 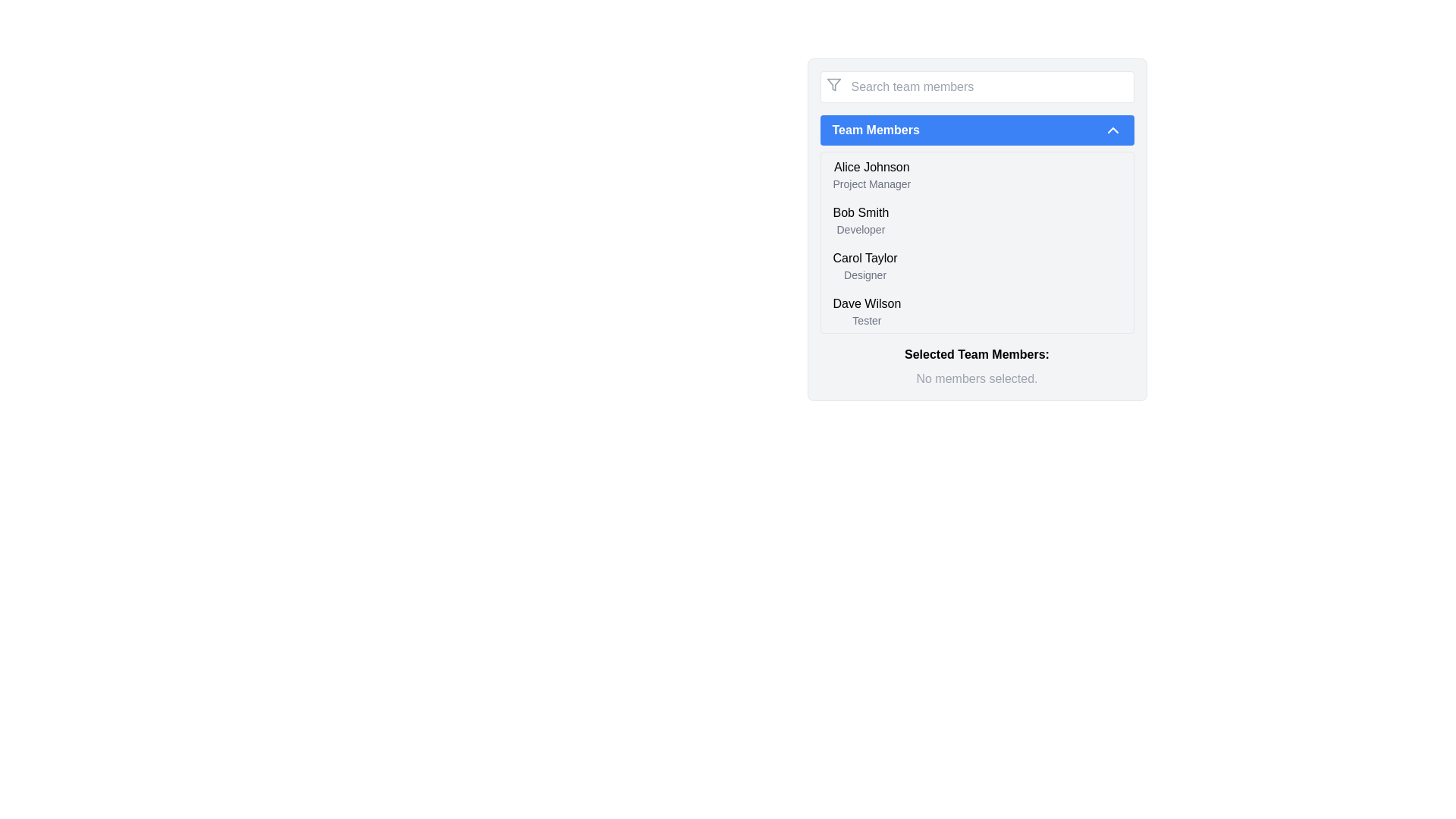 What do you see at coordinates (865, 275) in the screenshot?
I see `the Text label providing additional information about the role of the individual listed below 'Carol Taylor' in the 'Team Members' dropdown menu` at bounding box center [865, 275].